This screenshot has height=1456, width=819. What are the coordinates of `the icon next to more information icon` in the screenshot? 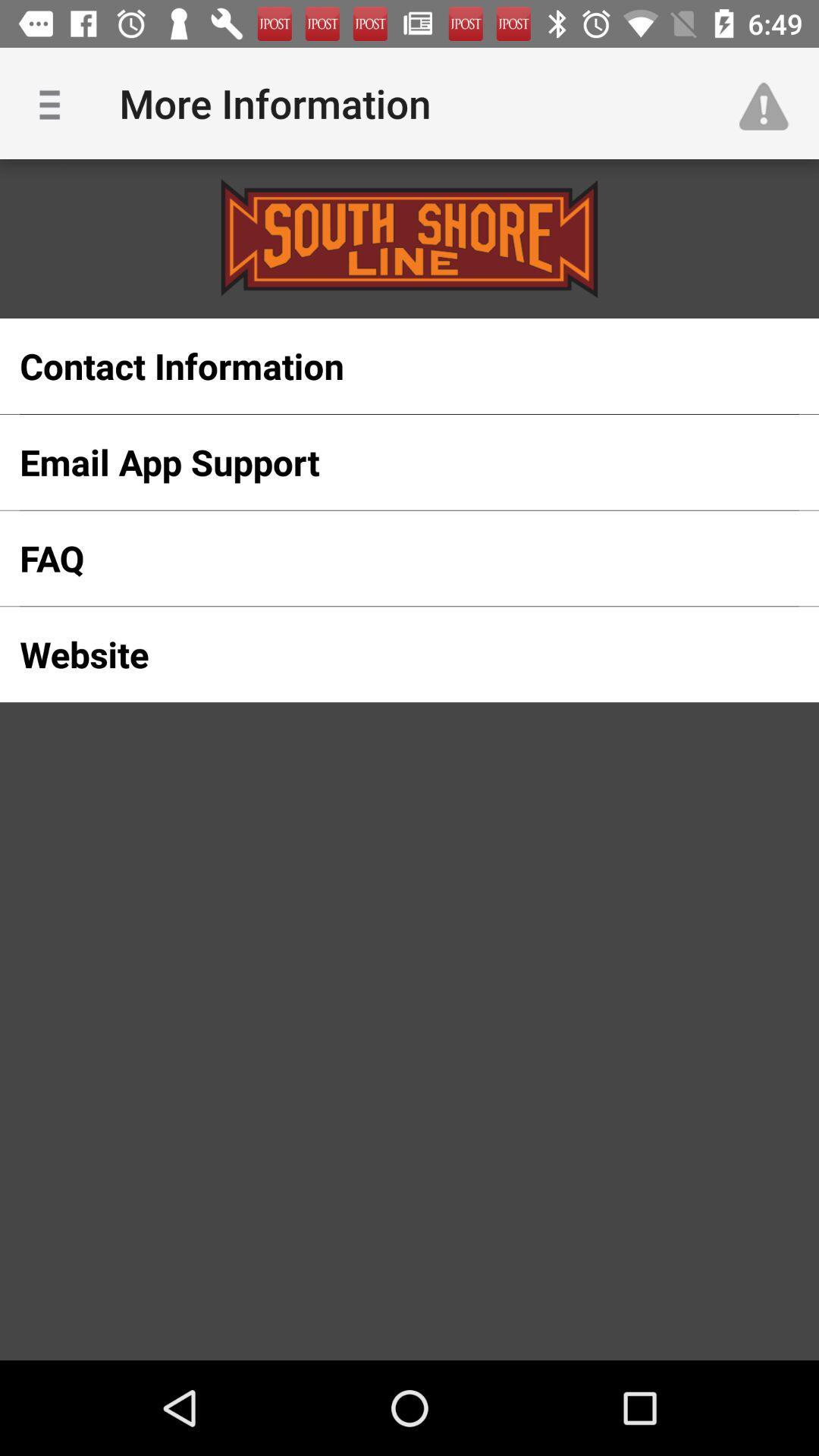 It's located at (771, 102).